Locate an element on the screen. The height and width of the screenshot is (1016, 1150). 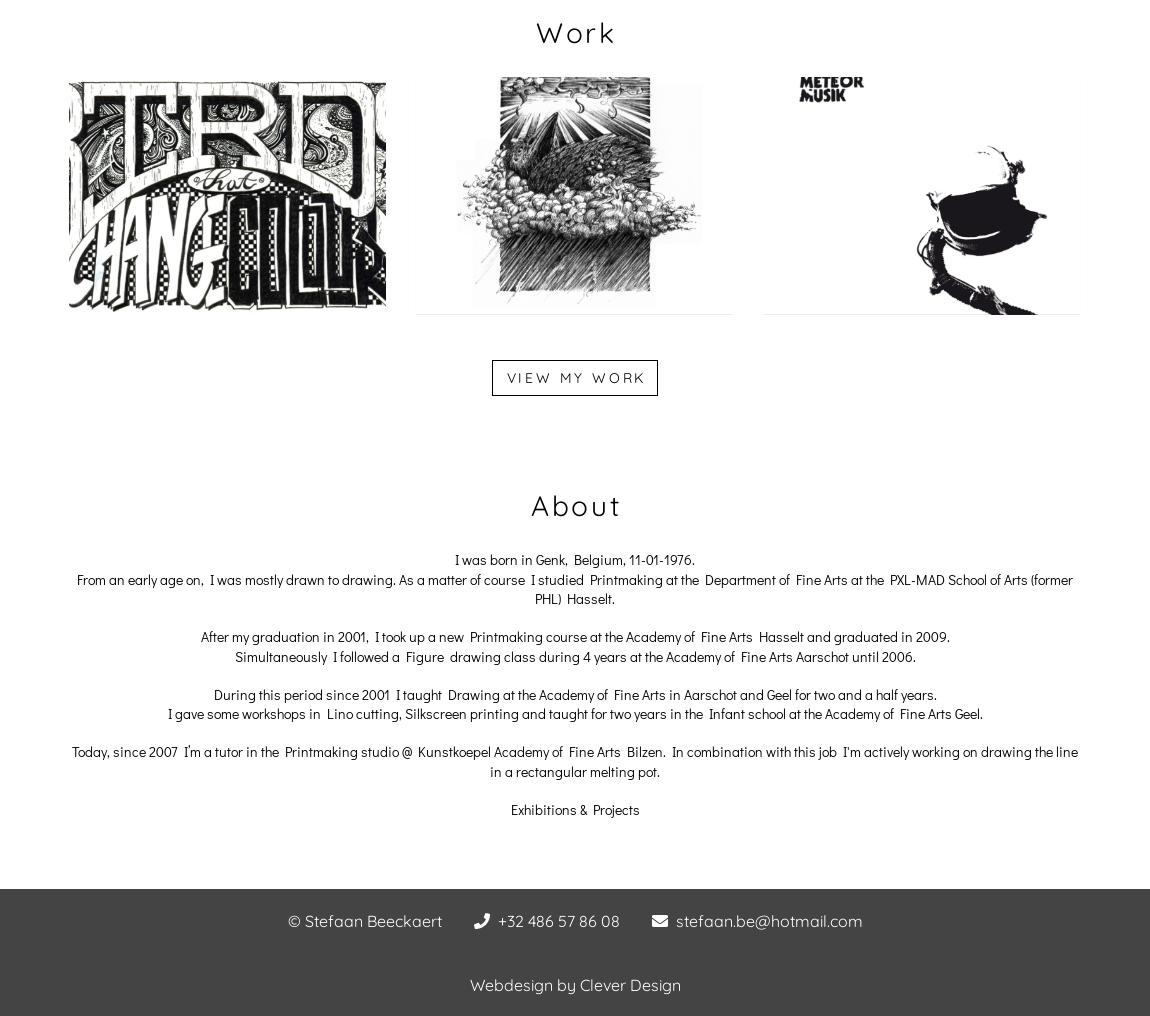
'About' is located at coordinates (575, 504).